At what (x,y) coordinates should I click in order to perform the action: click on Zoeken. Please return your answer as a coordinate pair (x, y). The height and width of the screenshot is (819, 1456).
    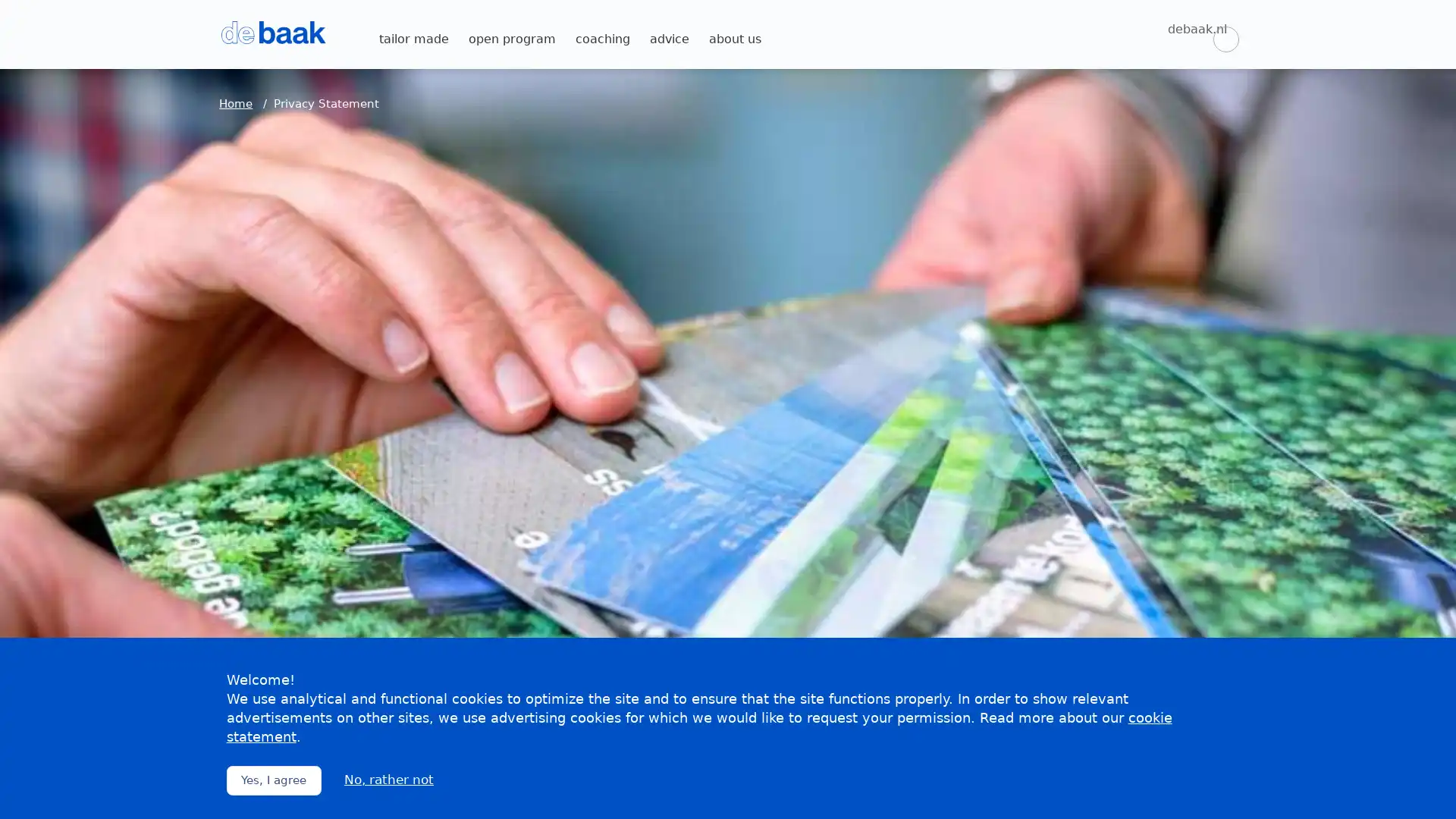
    Looking at the image, I should click on (1234, 78).